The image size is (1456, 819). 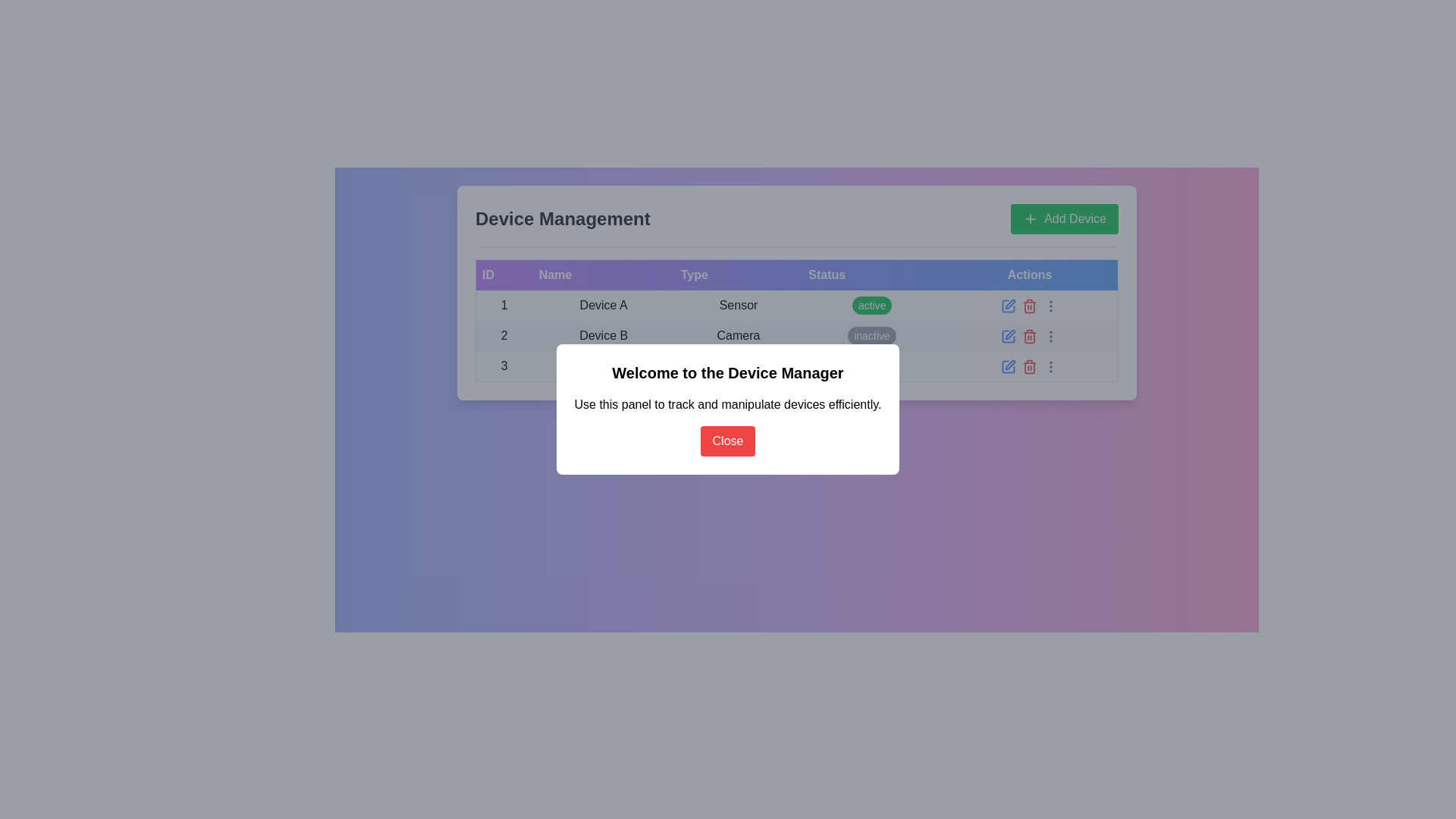 I want to click on the pen icon button in the Actions column of the table for Device B to initiate an edit action, so click(x=1010, y=334).